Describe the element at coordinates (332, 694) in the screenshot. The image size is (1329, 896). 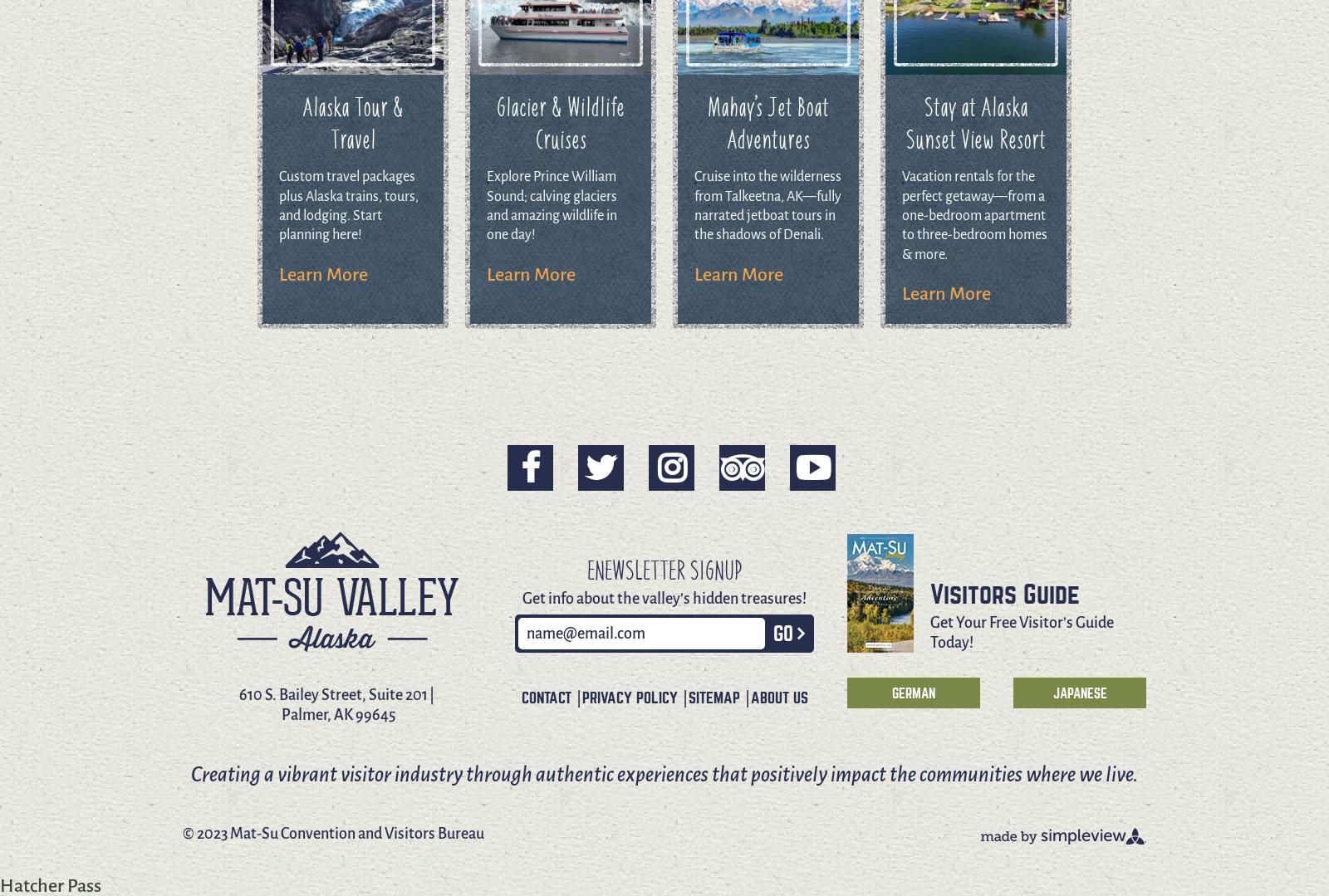
I see `'610 S. Bailey Street, Suite 201'` at that location.